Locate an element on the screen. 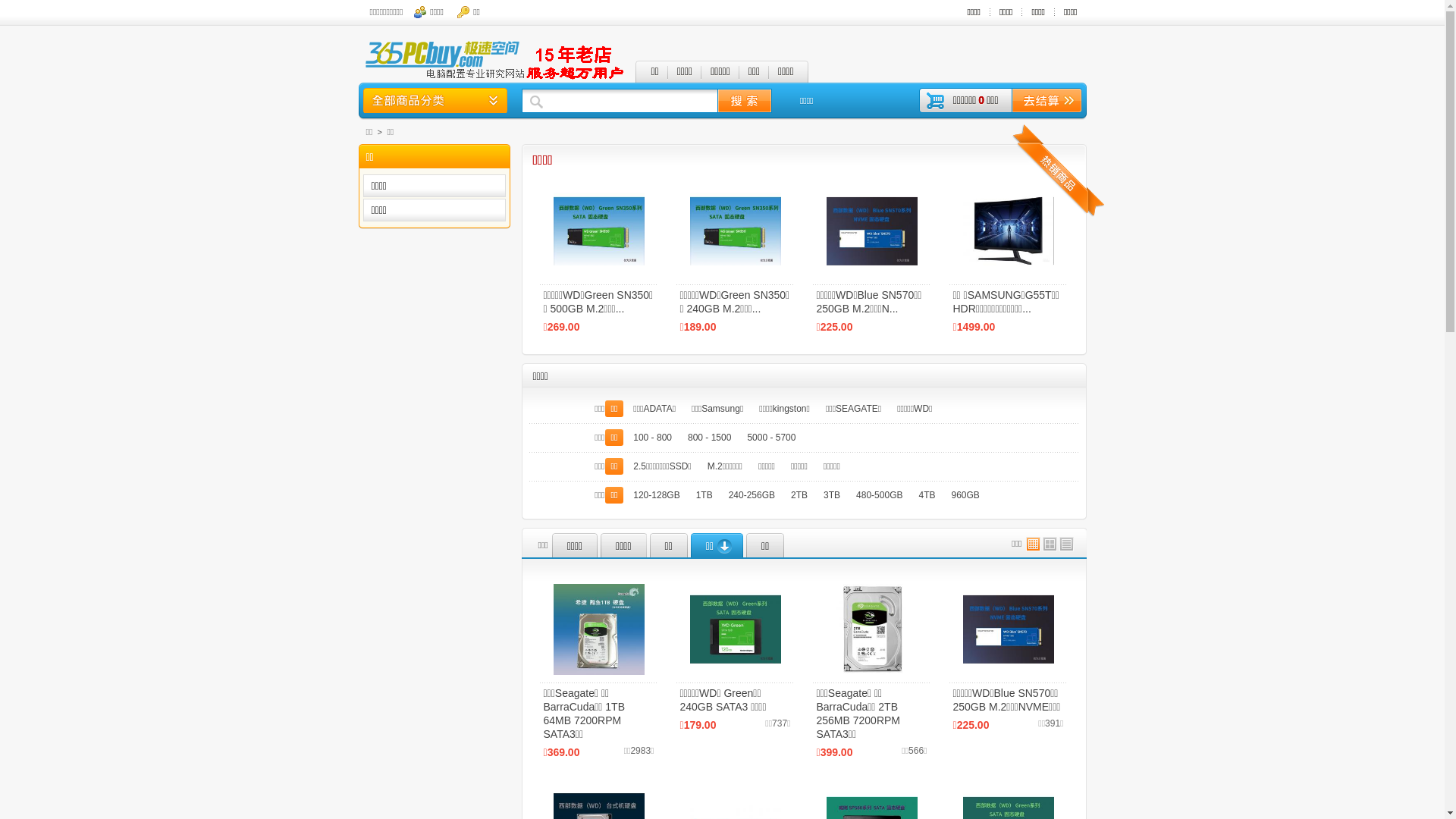 The image size is (1456, 819). '4TB' is located at coordinates (926, 494).